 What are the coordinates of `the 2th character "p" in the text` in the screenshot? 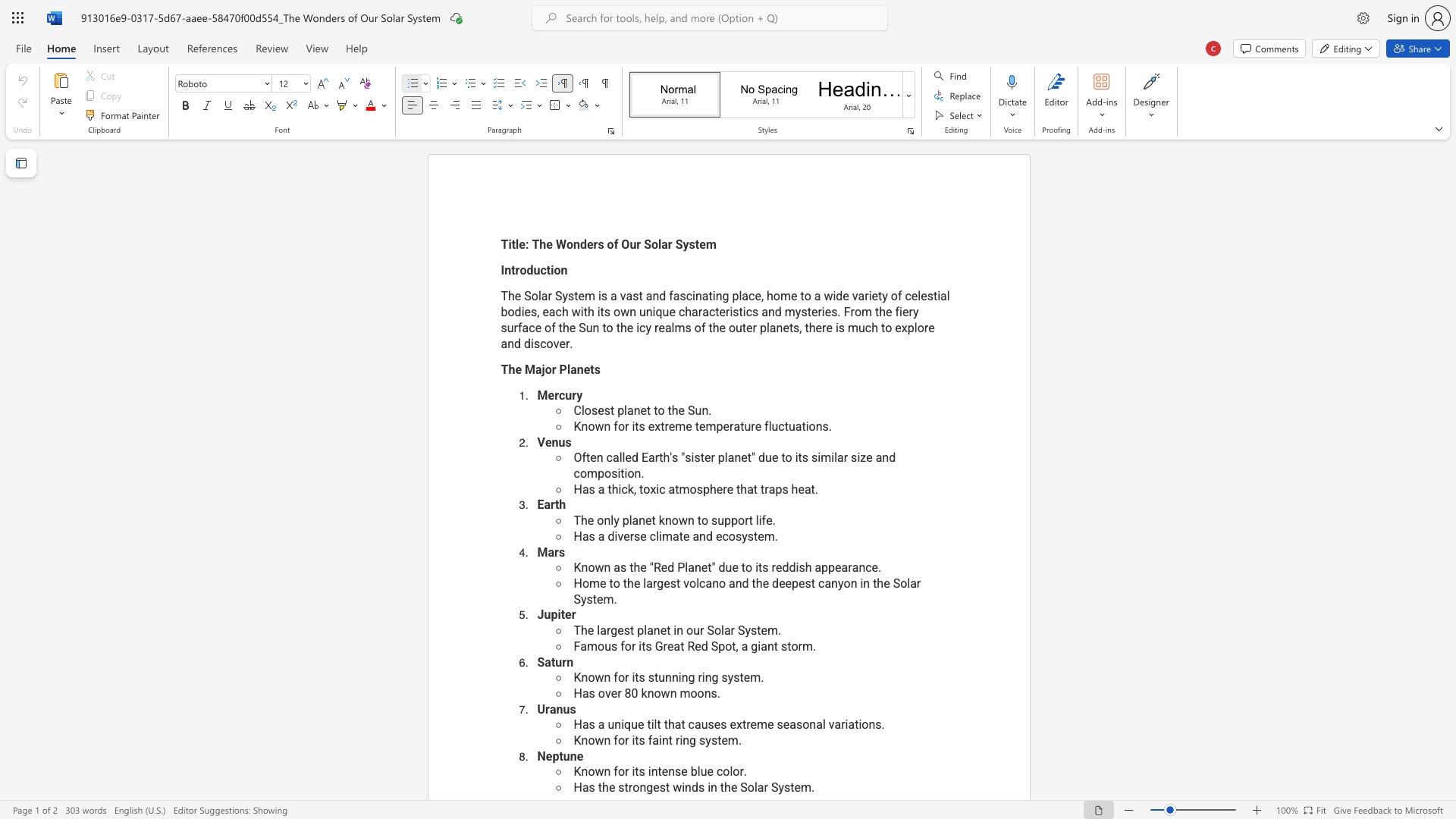 It's located at (600, 472).